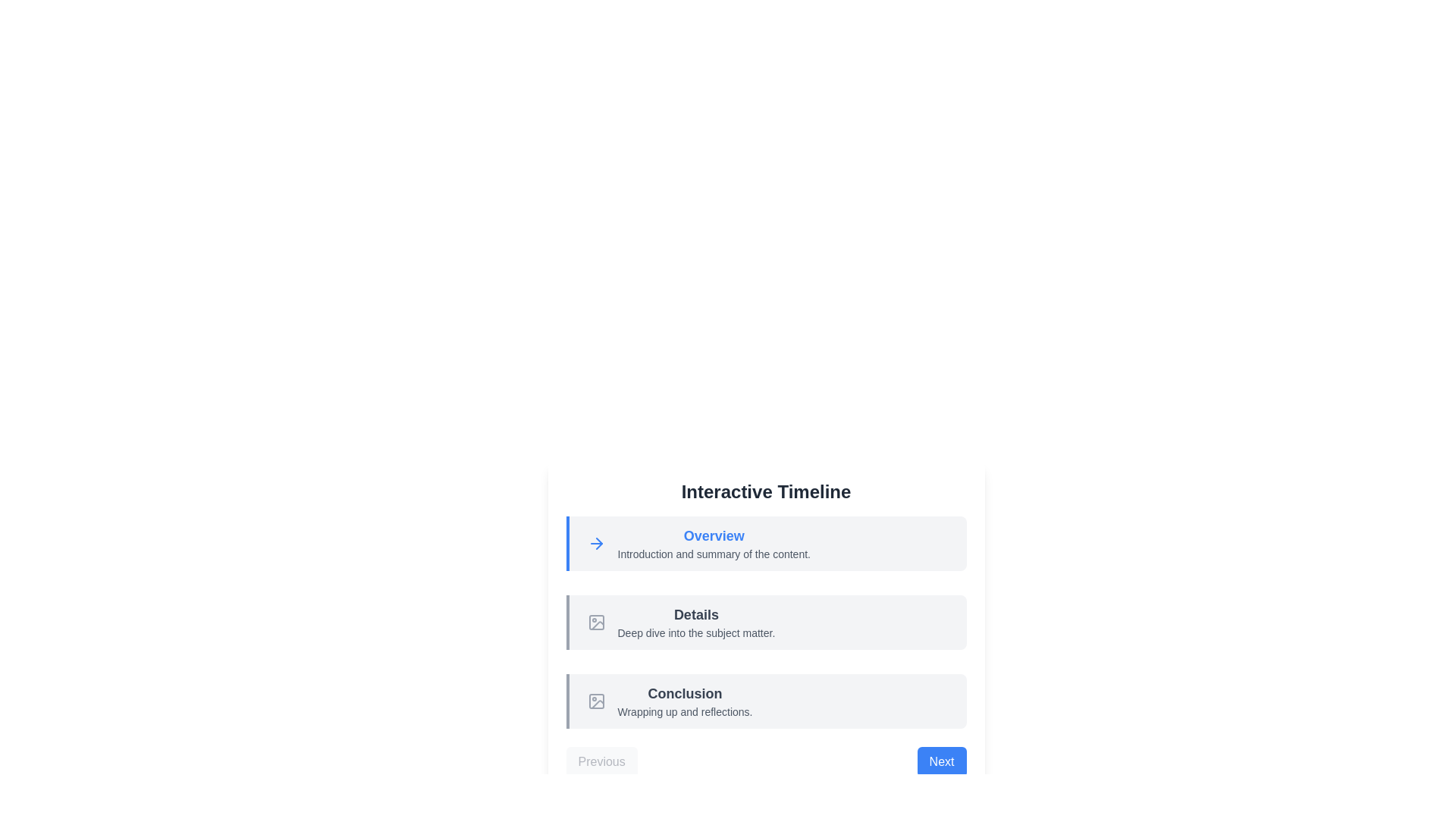 The height and width of the screenshot is (819, 1456). Describe the element at coordinates (766, 543) in the screenshot. I see `the timeline section labeled Overview to view its details` at that location.